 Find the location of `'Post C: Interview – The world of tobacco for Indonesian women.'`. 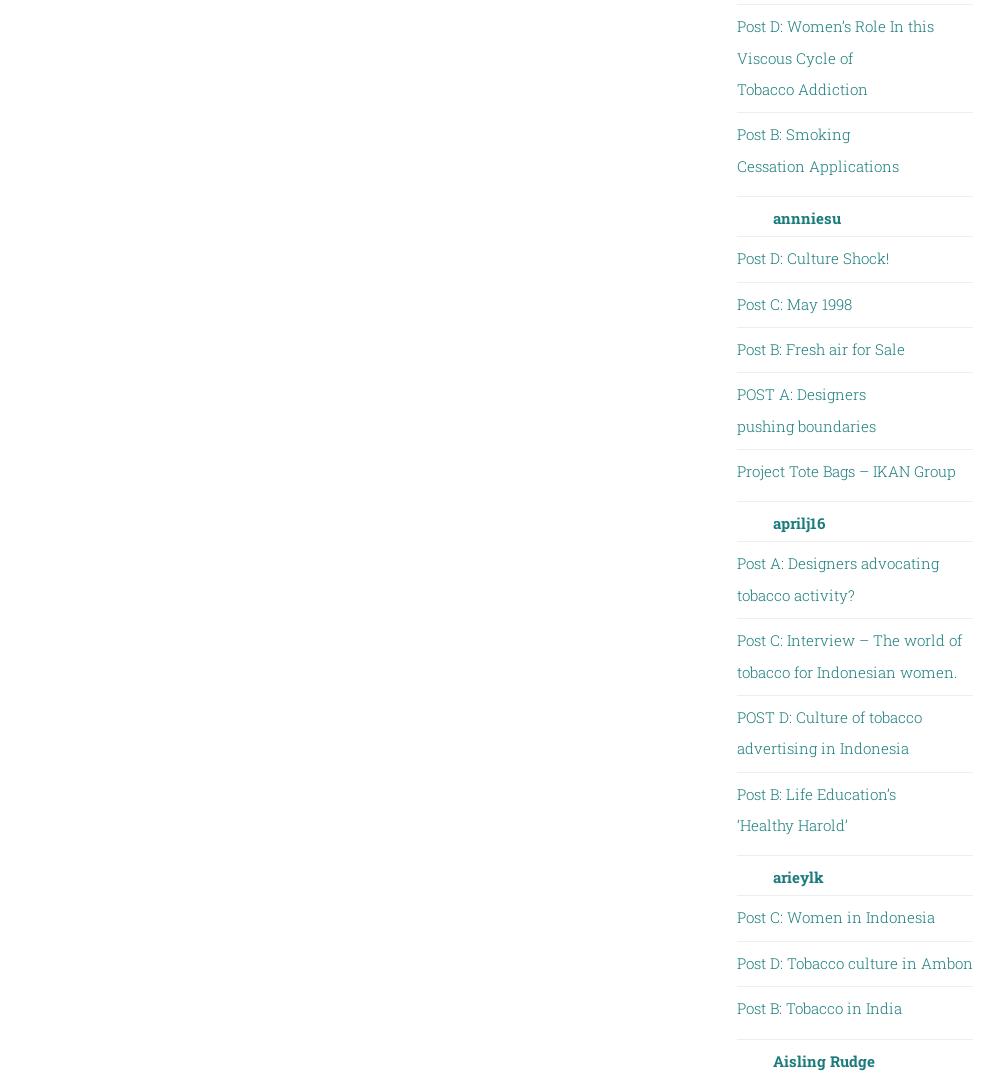

'Post C: Interview – The world of tobacco for Indonesian women.' is located at coordinates (847, 654).